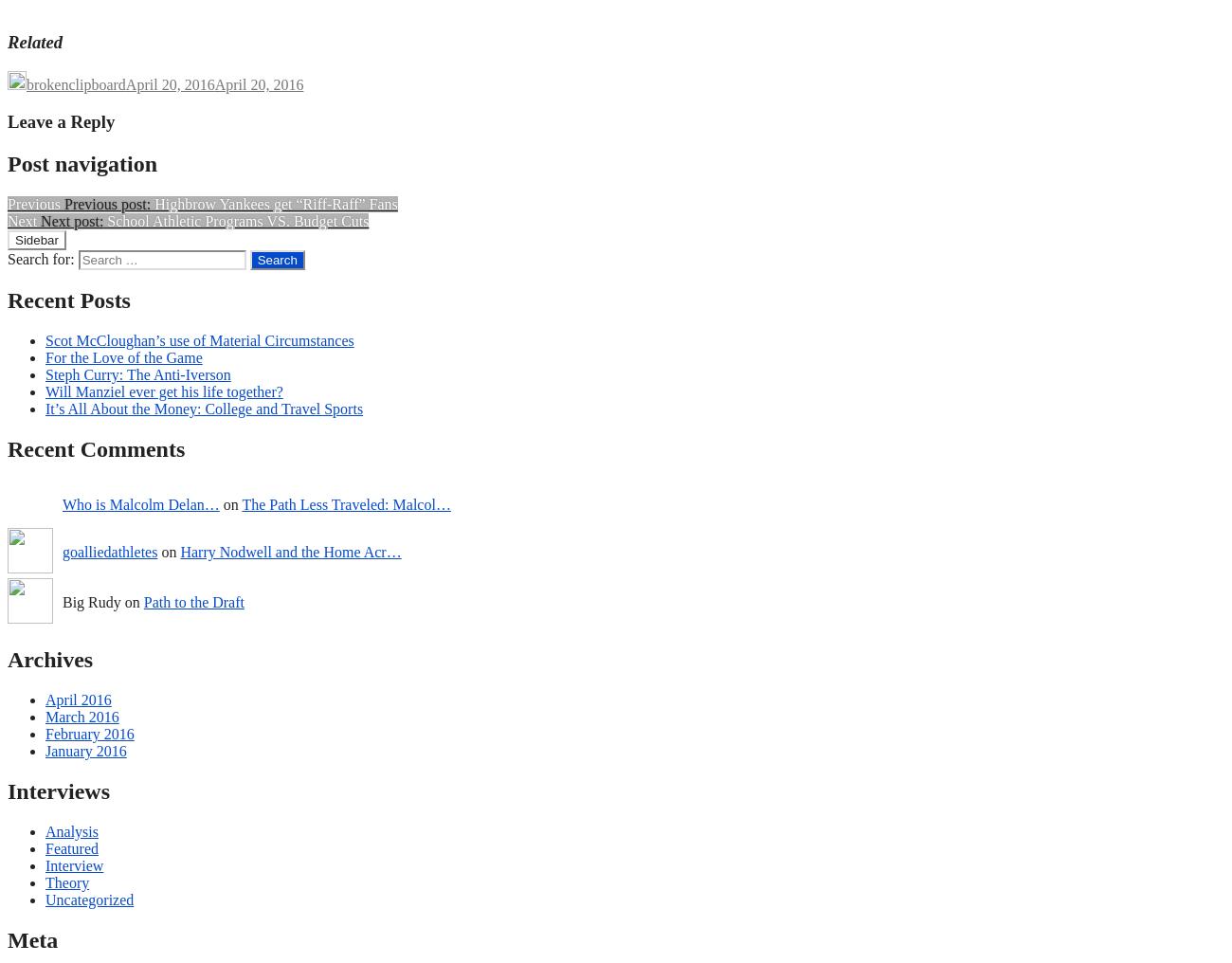  What do you see at coordinates (44, 699) in the screenshot?
I see `'April 2016'` at bounding box center [44, 699].